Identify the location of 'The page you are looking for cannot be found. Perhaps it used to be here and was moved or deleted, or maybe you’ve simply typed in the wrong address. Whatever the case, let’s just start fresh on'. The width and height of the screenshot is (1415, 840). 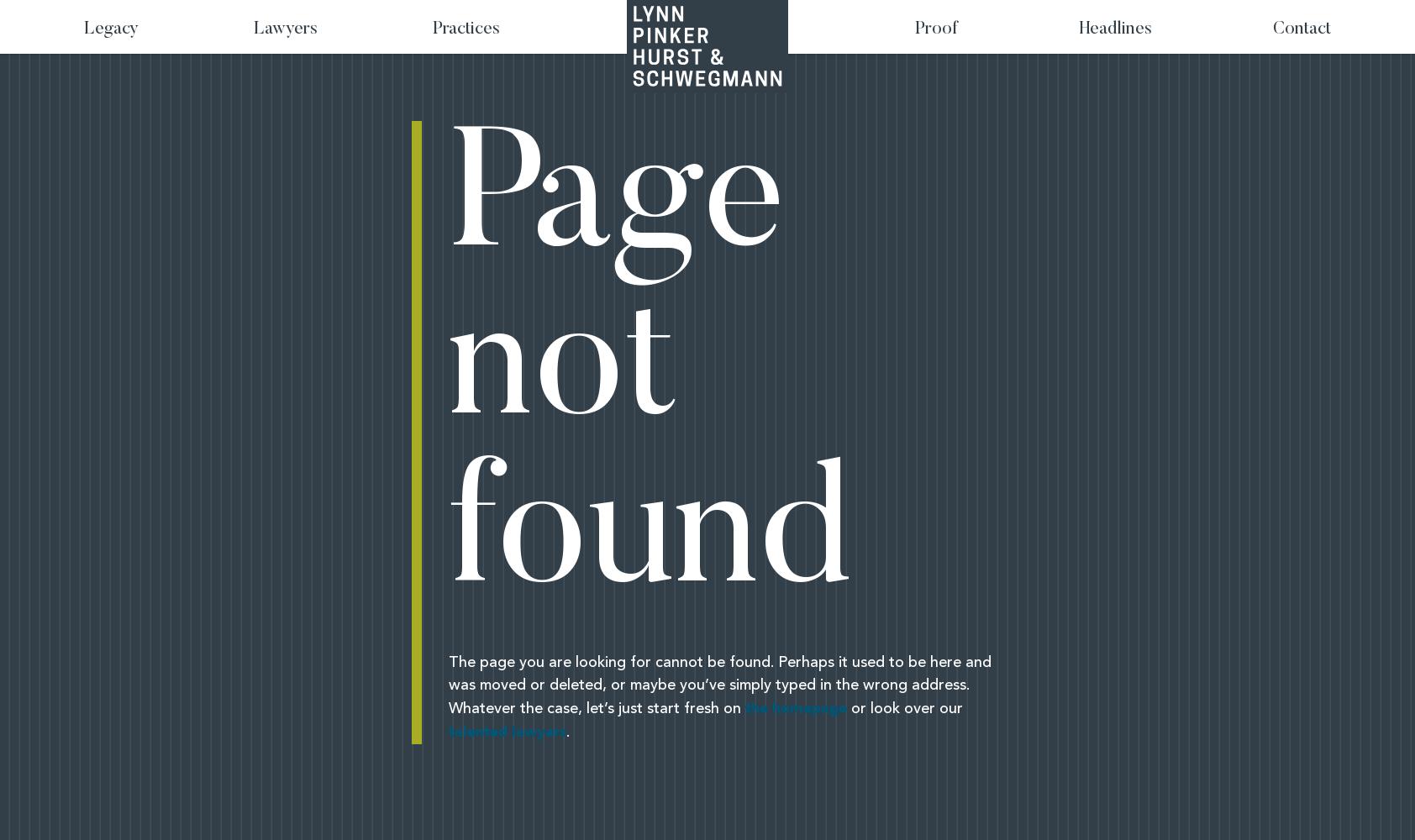
(718, 685).